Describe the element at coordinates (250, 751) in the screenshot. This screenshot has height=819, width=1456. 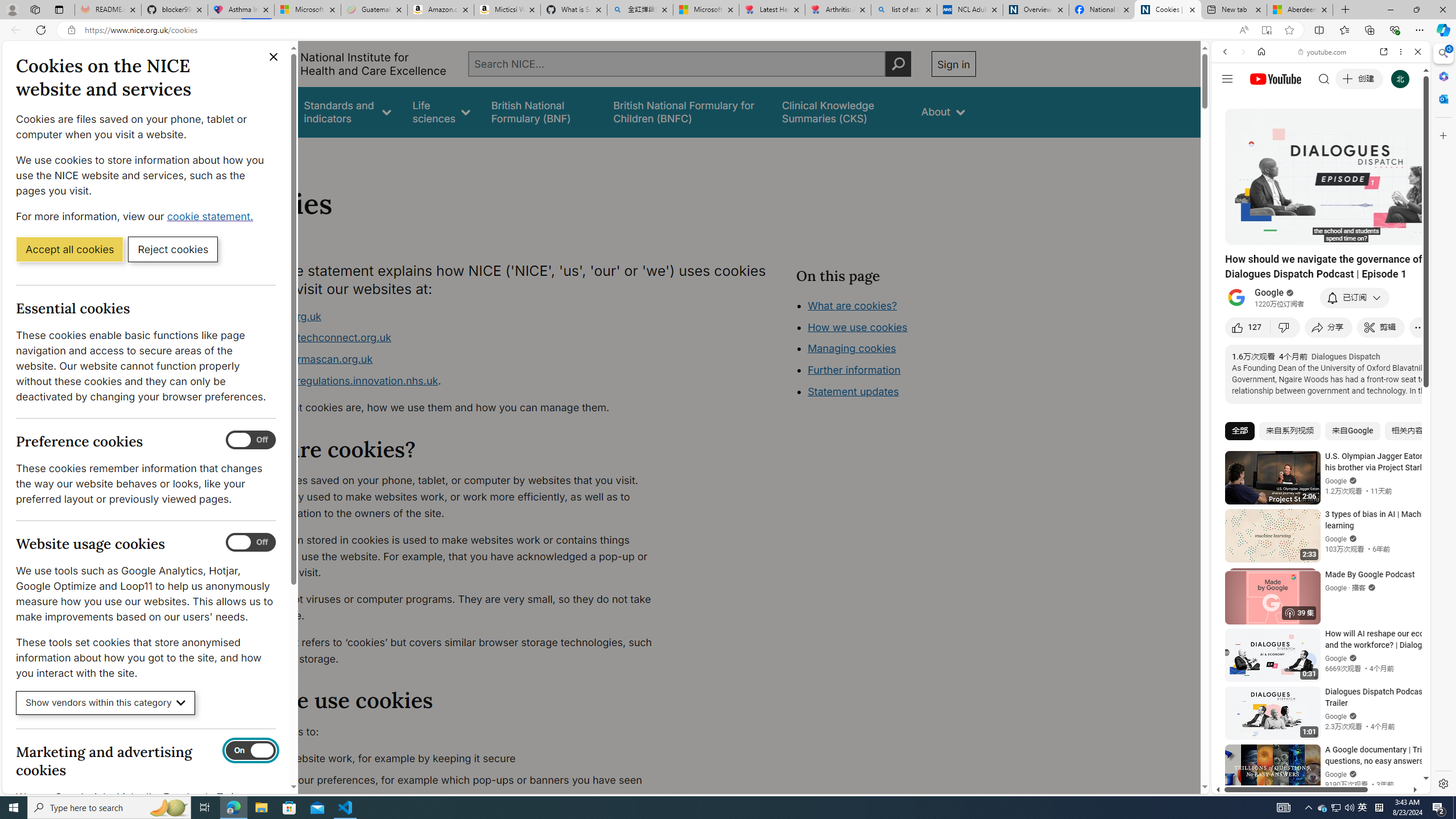
I see `'Marketing and advertising cookies'` at that location.